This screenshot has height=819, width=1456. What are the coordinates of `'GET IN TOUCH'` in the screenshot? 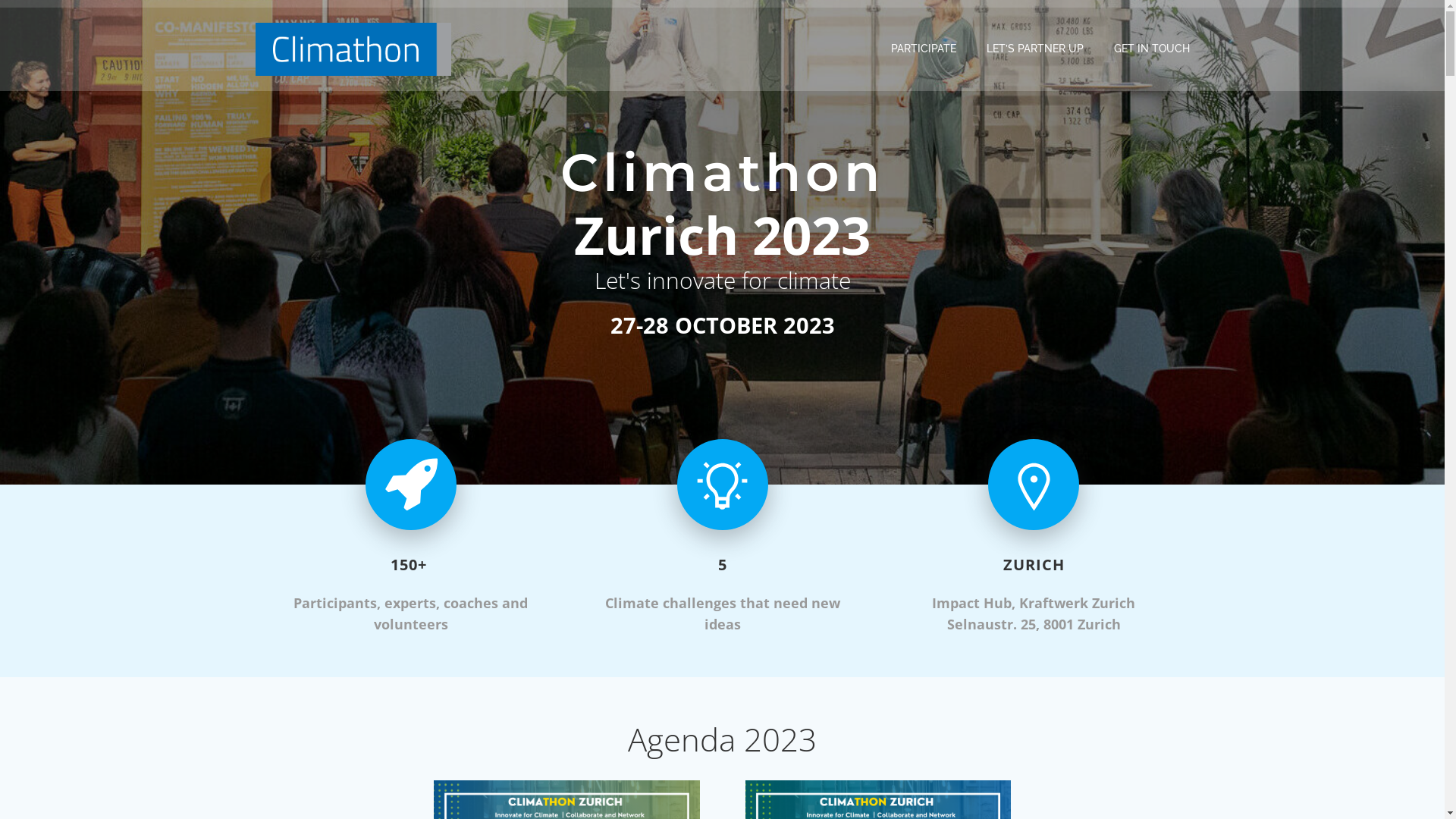 It's located at (1150, 48).